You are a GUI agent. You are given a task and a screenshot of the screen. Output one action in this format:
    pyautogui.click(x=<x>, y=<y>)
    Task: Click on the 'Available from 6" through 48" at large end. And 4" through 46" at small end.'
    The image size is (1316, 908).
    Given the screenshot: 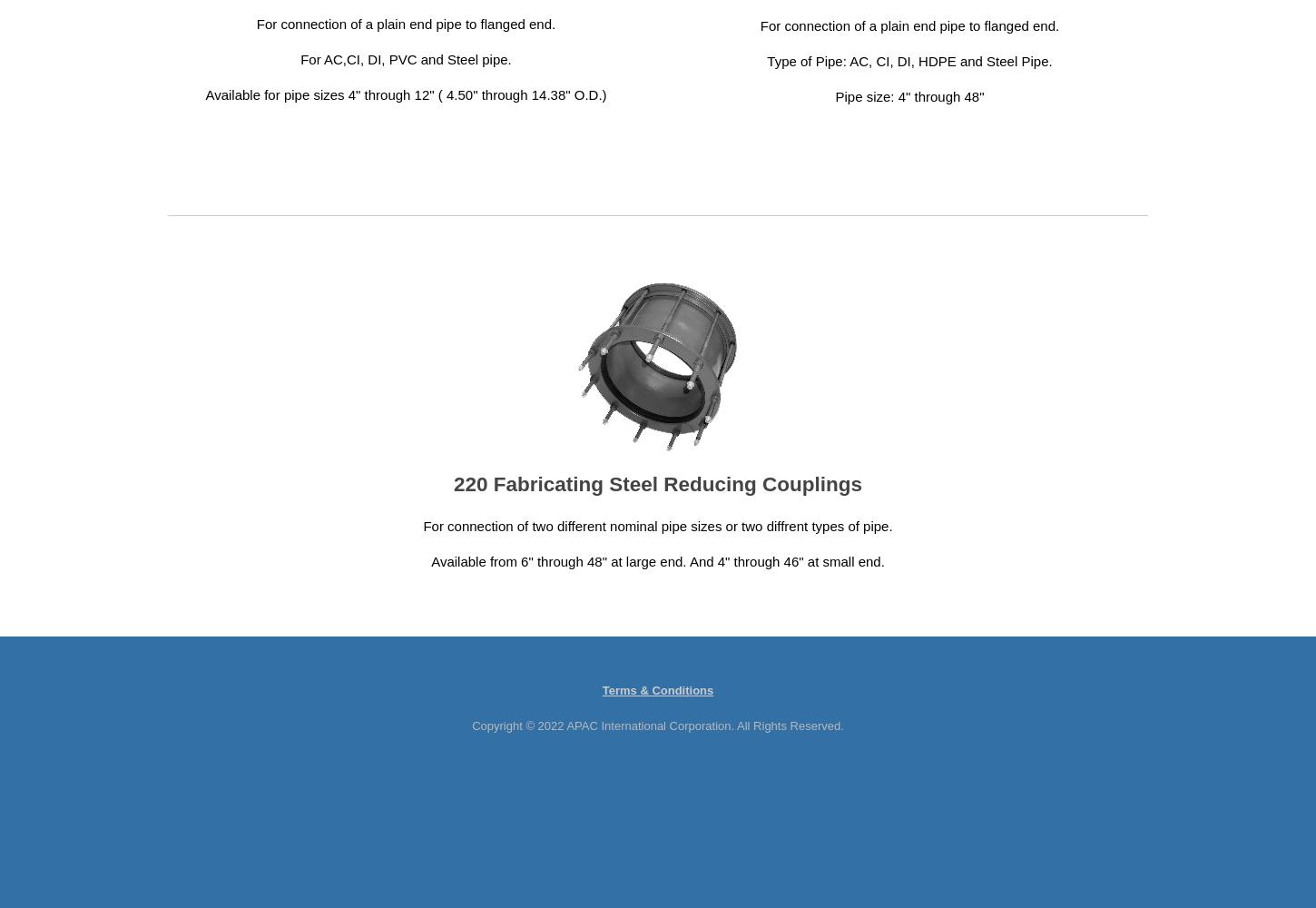 What is the action you would take?
    pyautogui.click(x=430, y=560)
    